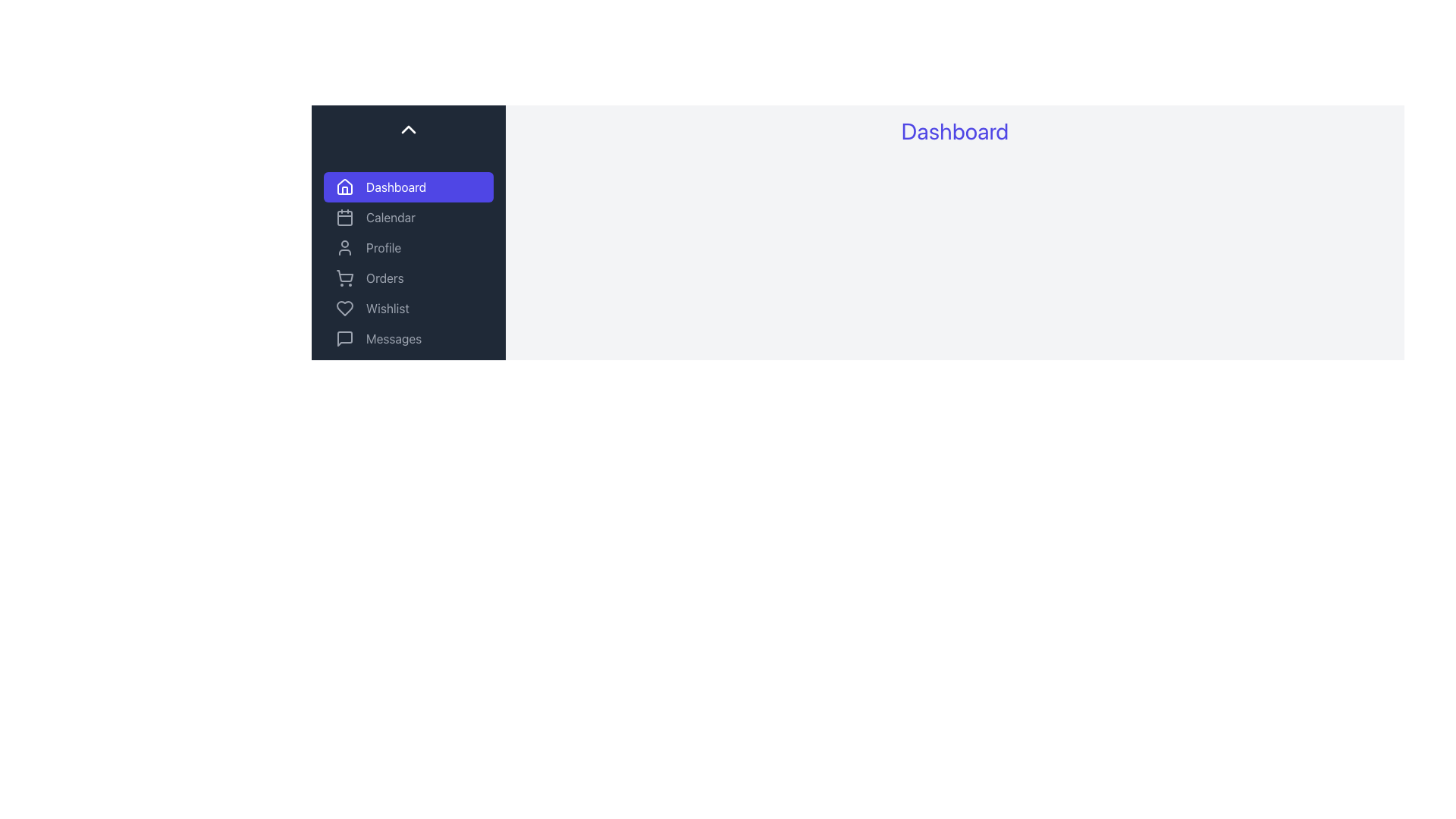  Describe the element at coordinates (344, 217) in the screenshot. I see `the 'Calendar' icon located in the sidebar menu, which serves as the visual aid for selecting the 'Calendar' menu option` at that location.